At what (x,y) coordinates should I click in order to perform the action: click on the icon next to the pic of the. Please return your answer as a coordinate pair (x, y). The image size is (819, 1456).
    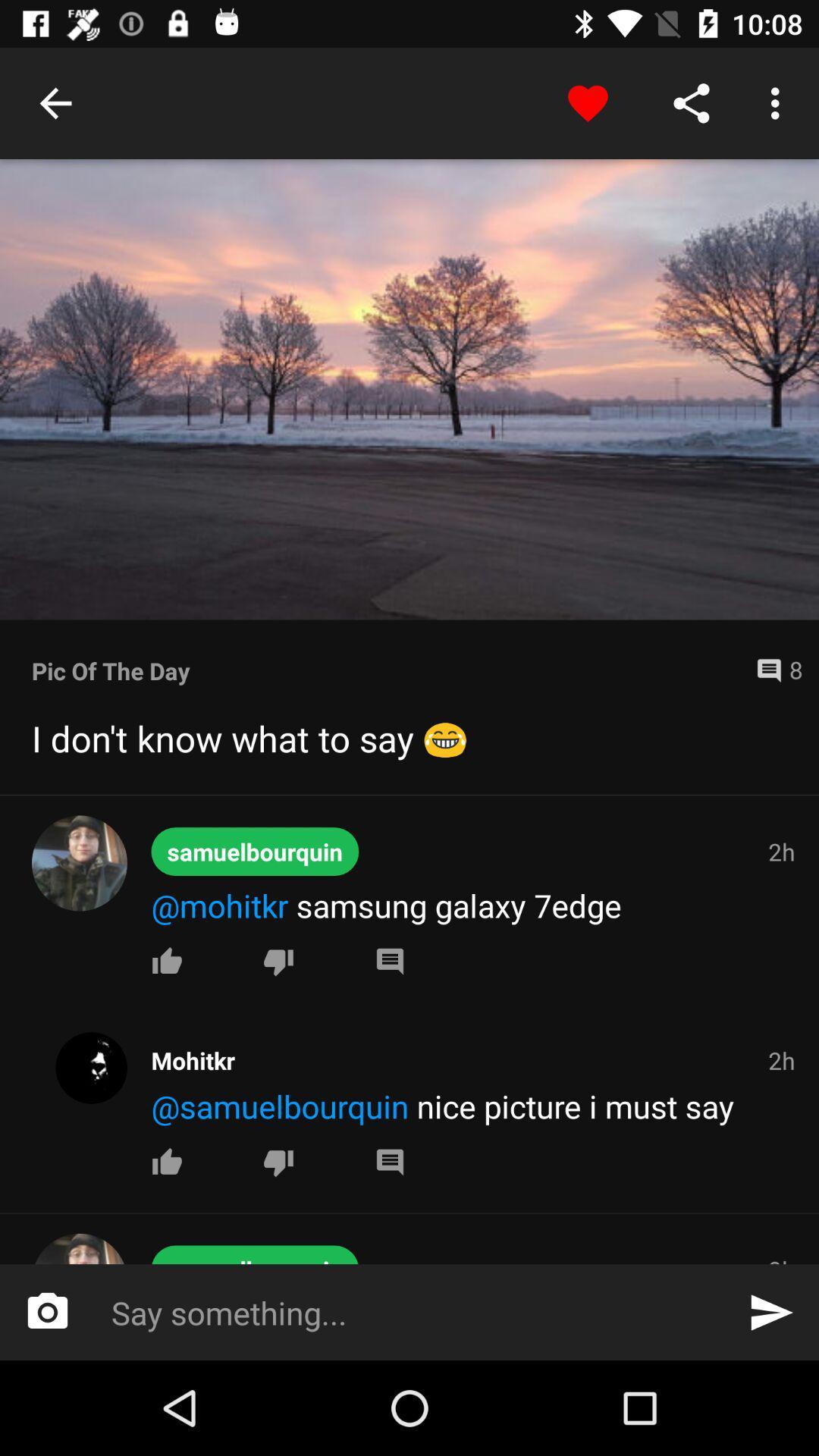
    Looking at the image, I should click on (773, 670).